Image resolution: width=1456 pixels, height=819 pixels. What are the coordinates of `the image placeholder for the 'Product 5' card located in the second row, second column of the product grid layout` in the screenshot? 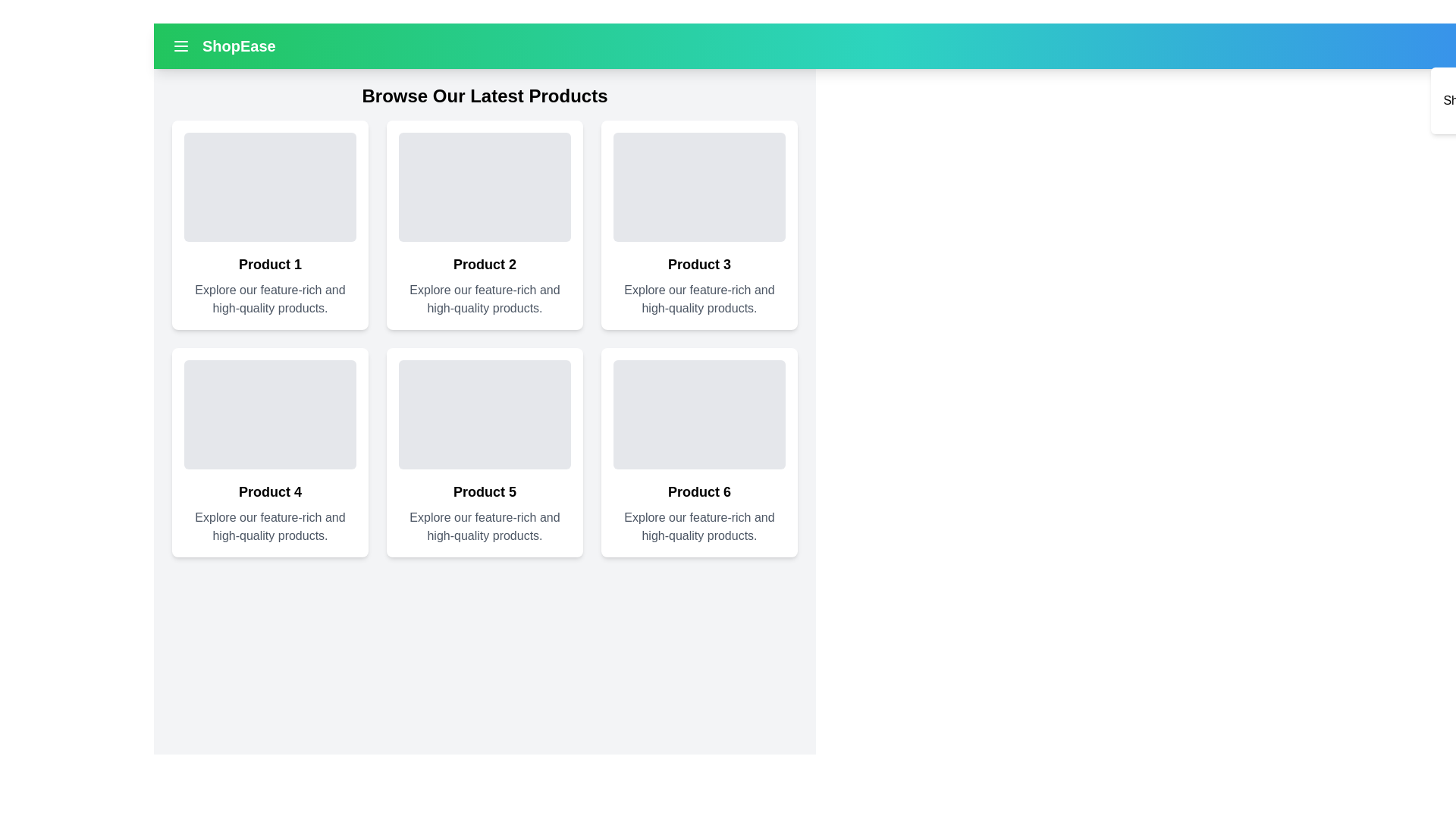 It's located at (484, 415).